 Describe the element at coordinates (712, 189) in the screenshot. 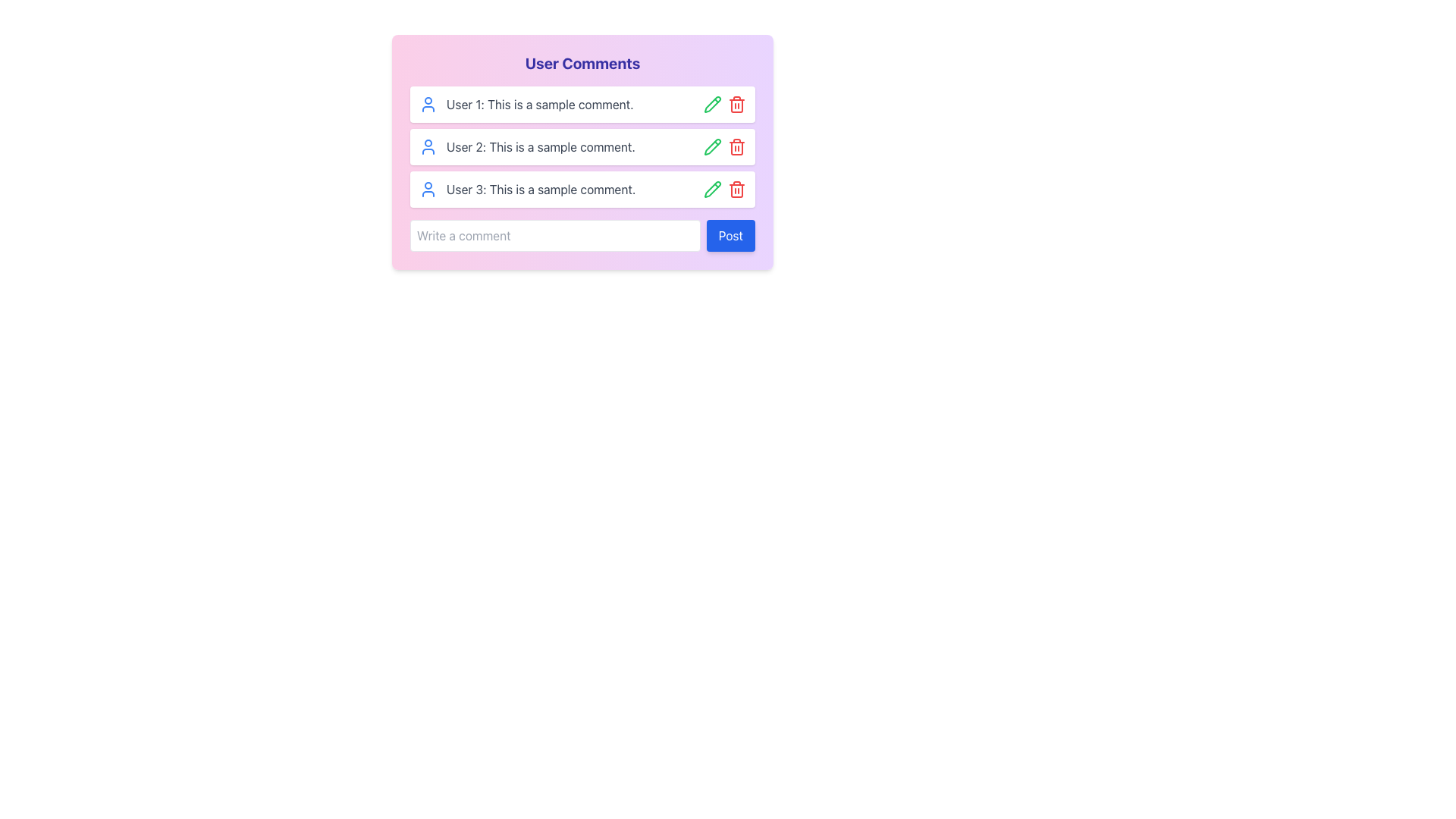

I see `the green pencil icon button indicating edit functionality, located next to the comment text of User 3's comment` at that location.